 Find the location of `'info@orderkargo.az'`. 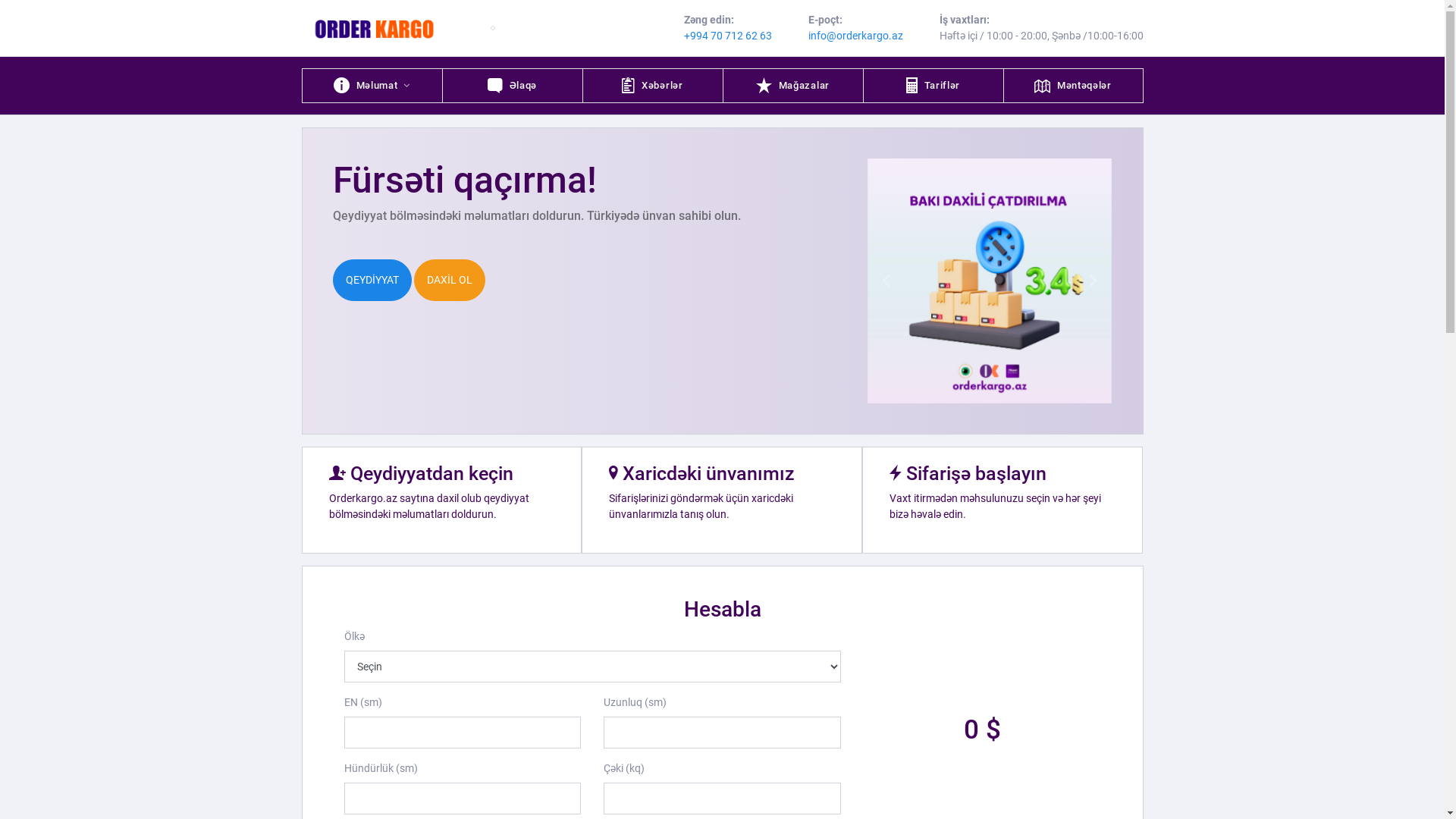

'info@orderkargo.az' is located at coordinates (855, 34).